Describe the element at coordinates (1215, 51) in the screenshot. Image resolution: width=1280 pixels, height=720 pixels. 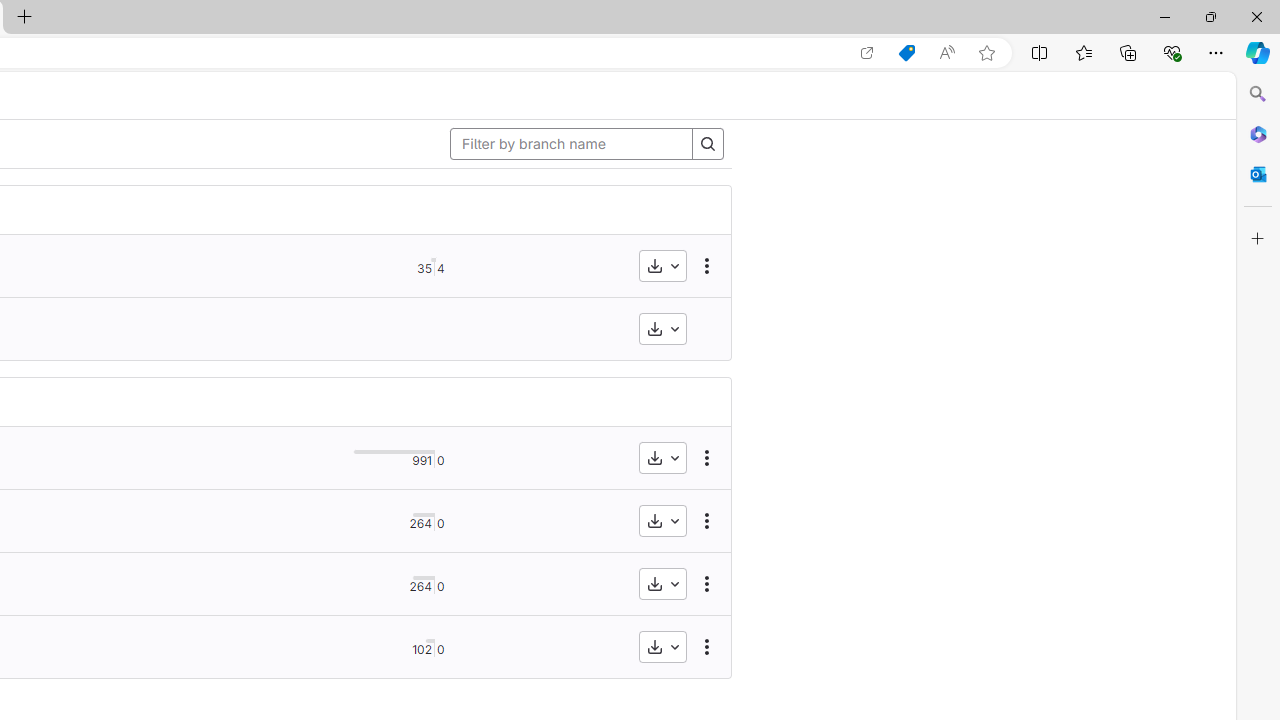
I see `'Settings and more (Alt+F)'` at that location.